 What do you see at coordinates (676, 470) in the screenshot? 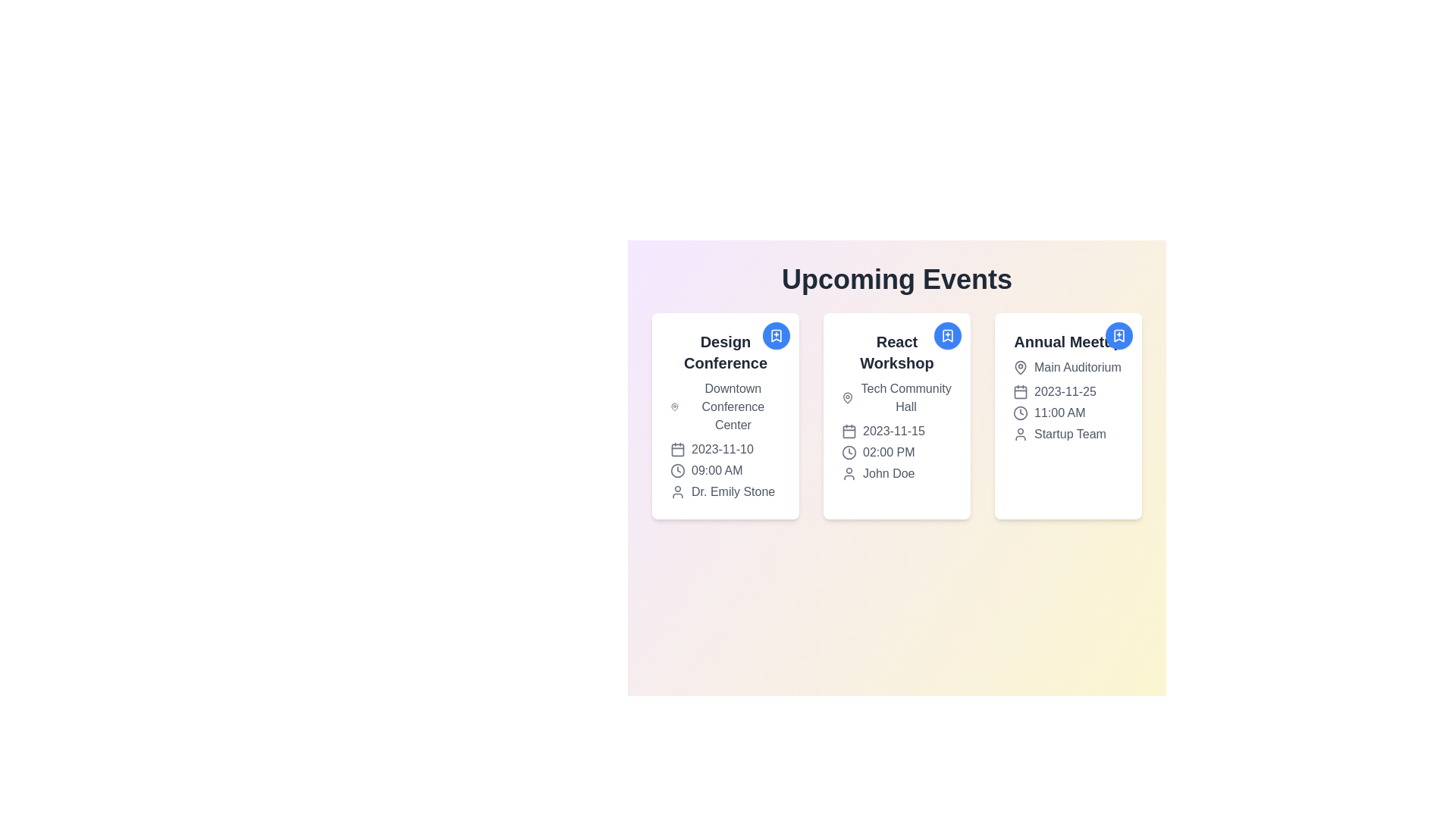
I see `the clock icon located to the left of the text '09:00 AM' within the 'Design Conference' card` at bounding box center [676, 470].